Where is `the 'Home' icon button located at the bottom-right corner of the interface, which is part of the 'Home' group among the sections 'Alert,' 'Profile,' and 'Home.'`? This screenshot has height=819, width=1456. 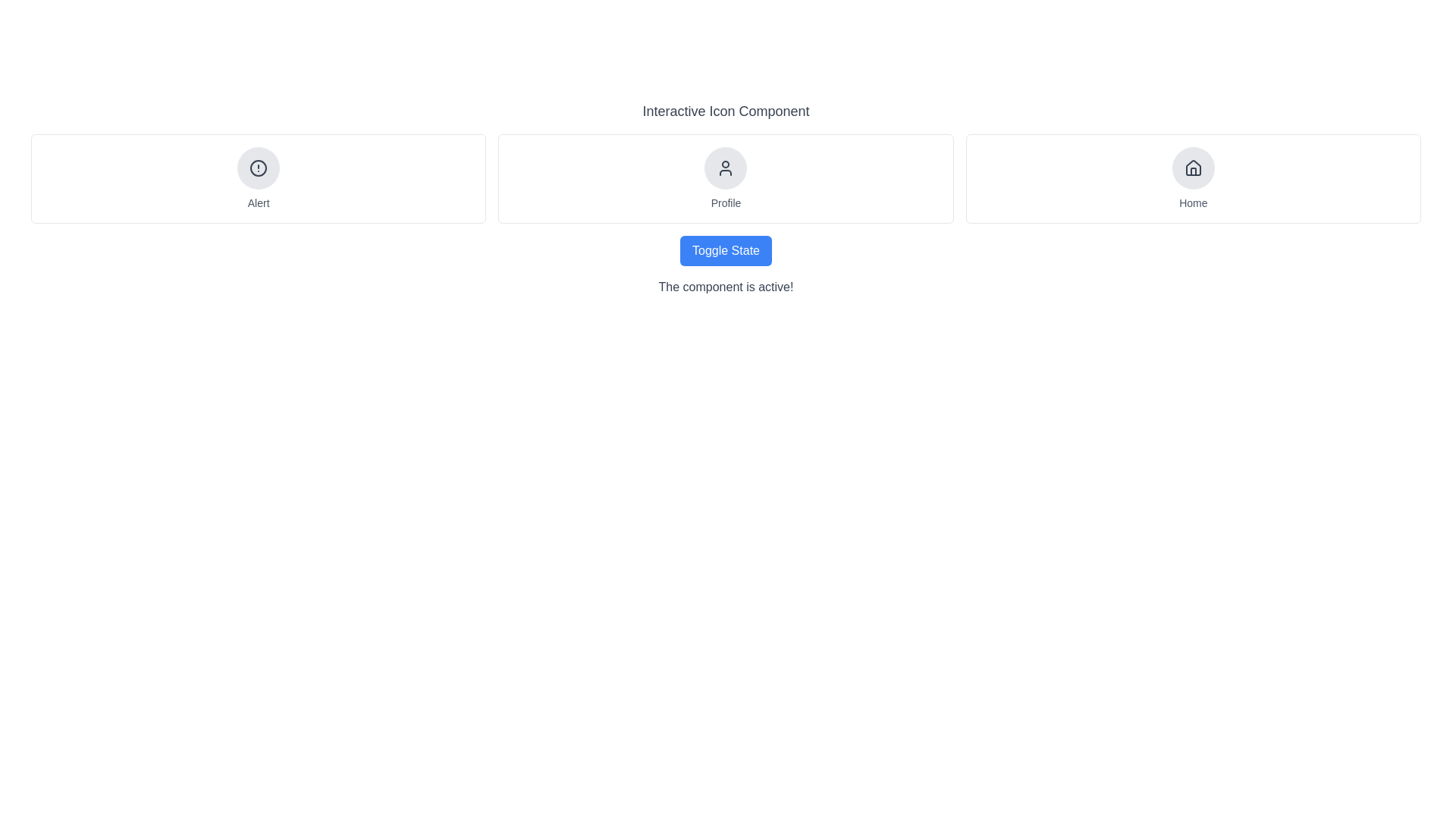
the 'Home' icon button located at the bottom-right corner of the interface, which is part of the 'Home' group among the sections 'Alert,' 'Profile,' and 'Home.' is located at coordinates (1192, 168).